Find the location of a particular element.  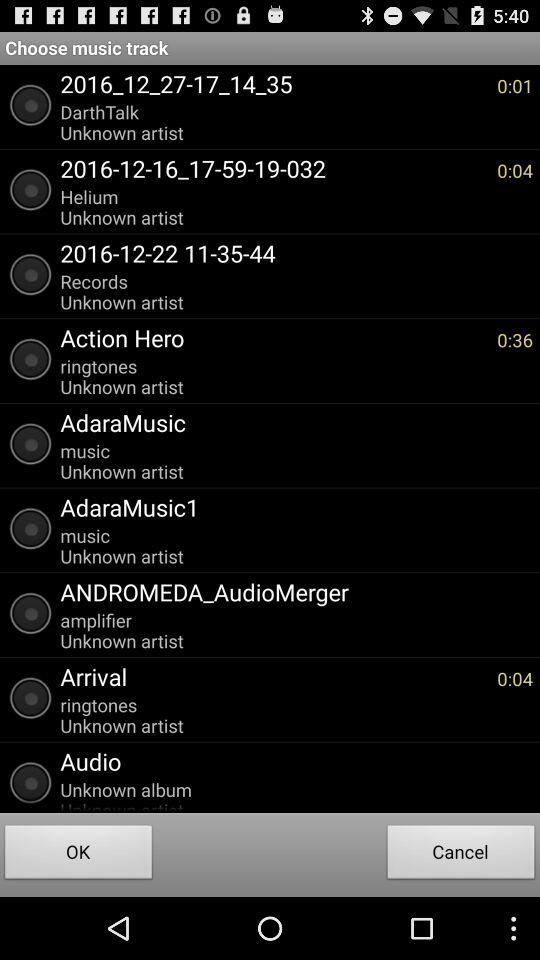

item above the amplifier is located at coordinates (290, 591).